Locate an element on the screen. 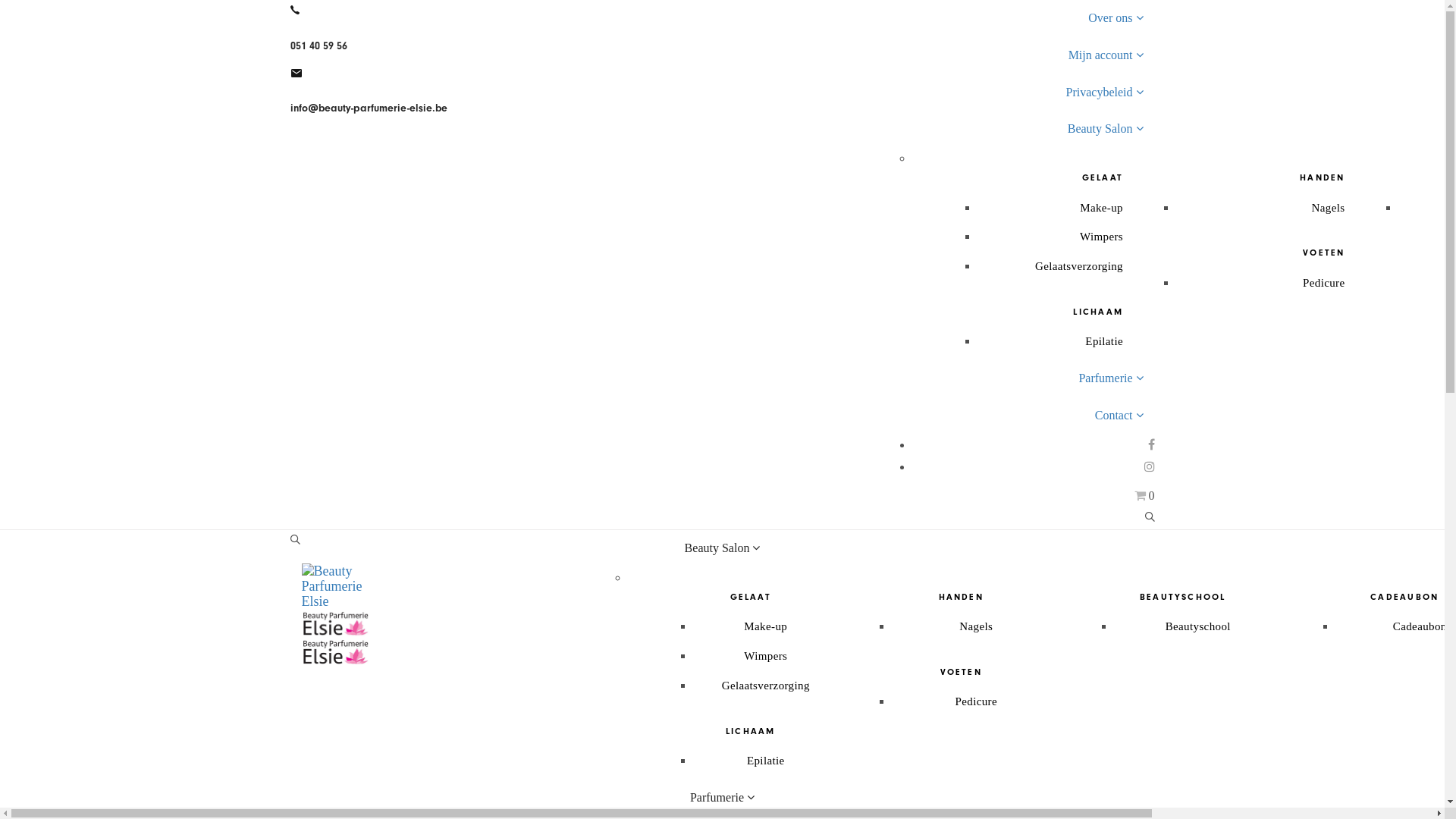 This screenshot has height=819, width=1456. 'Parfumerie' is located at coordinates (722, 797).